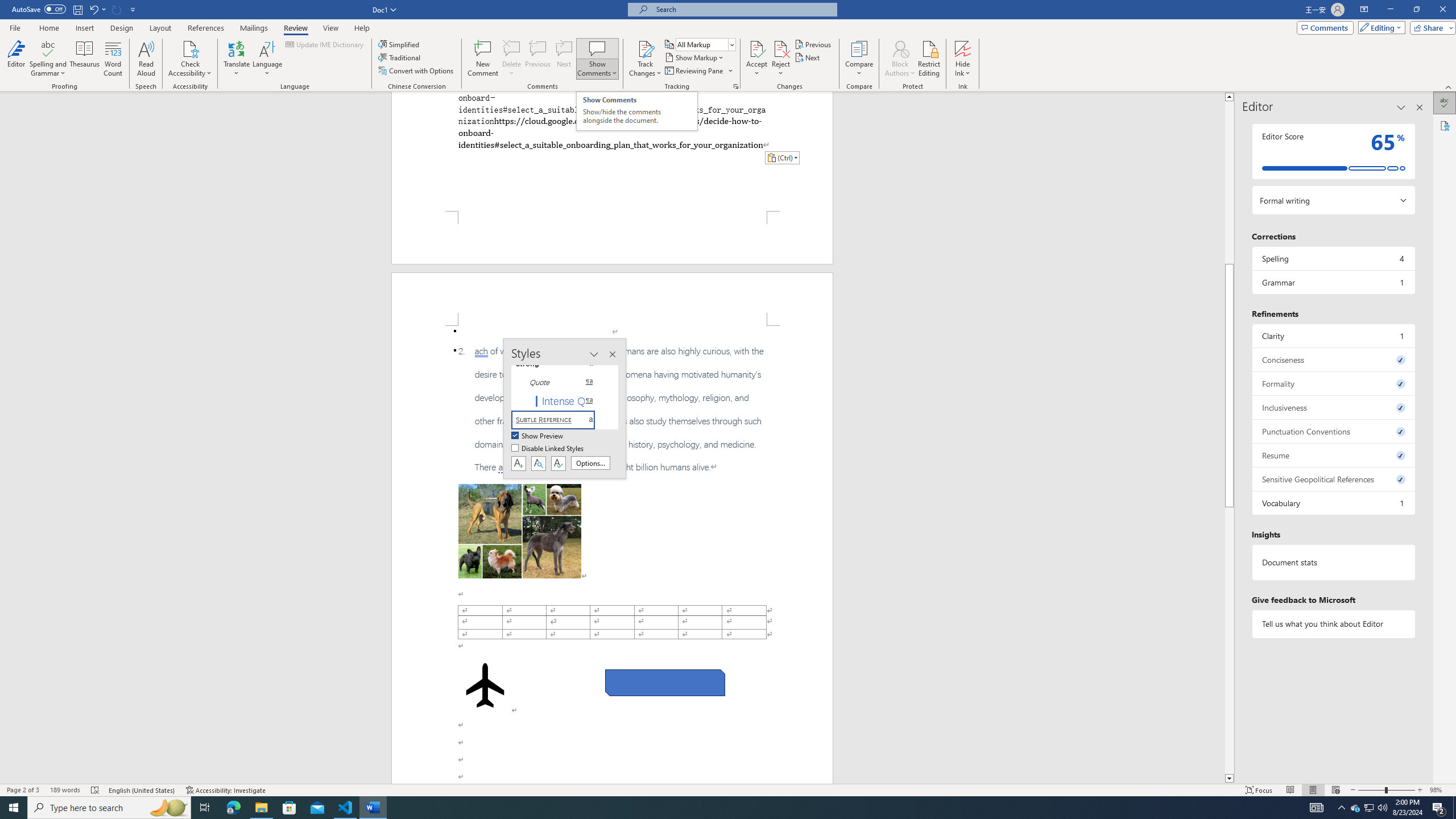  Describe the element at coordinates (237, 59) in the screenshot. I see `'Translate'` at that location.